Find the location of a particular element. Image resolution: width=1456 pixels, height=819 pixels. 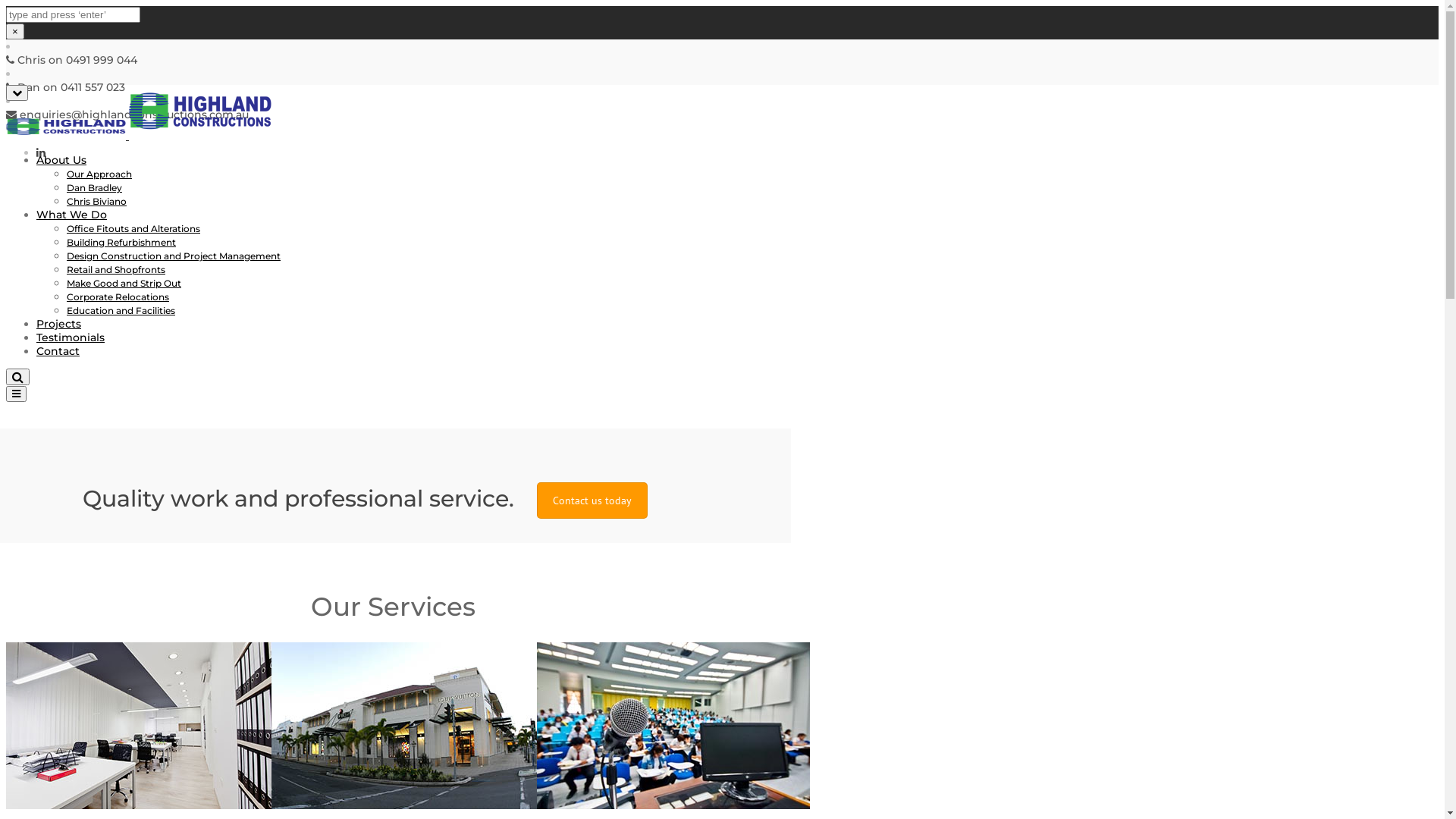

'Dan Bradley' is located at coordinates (93, 187).